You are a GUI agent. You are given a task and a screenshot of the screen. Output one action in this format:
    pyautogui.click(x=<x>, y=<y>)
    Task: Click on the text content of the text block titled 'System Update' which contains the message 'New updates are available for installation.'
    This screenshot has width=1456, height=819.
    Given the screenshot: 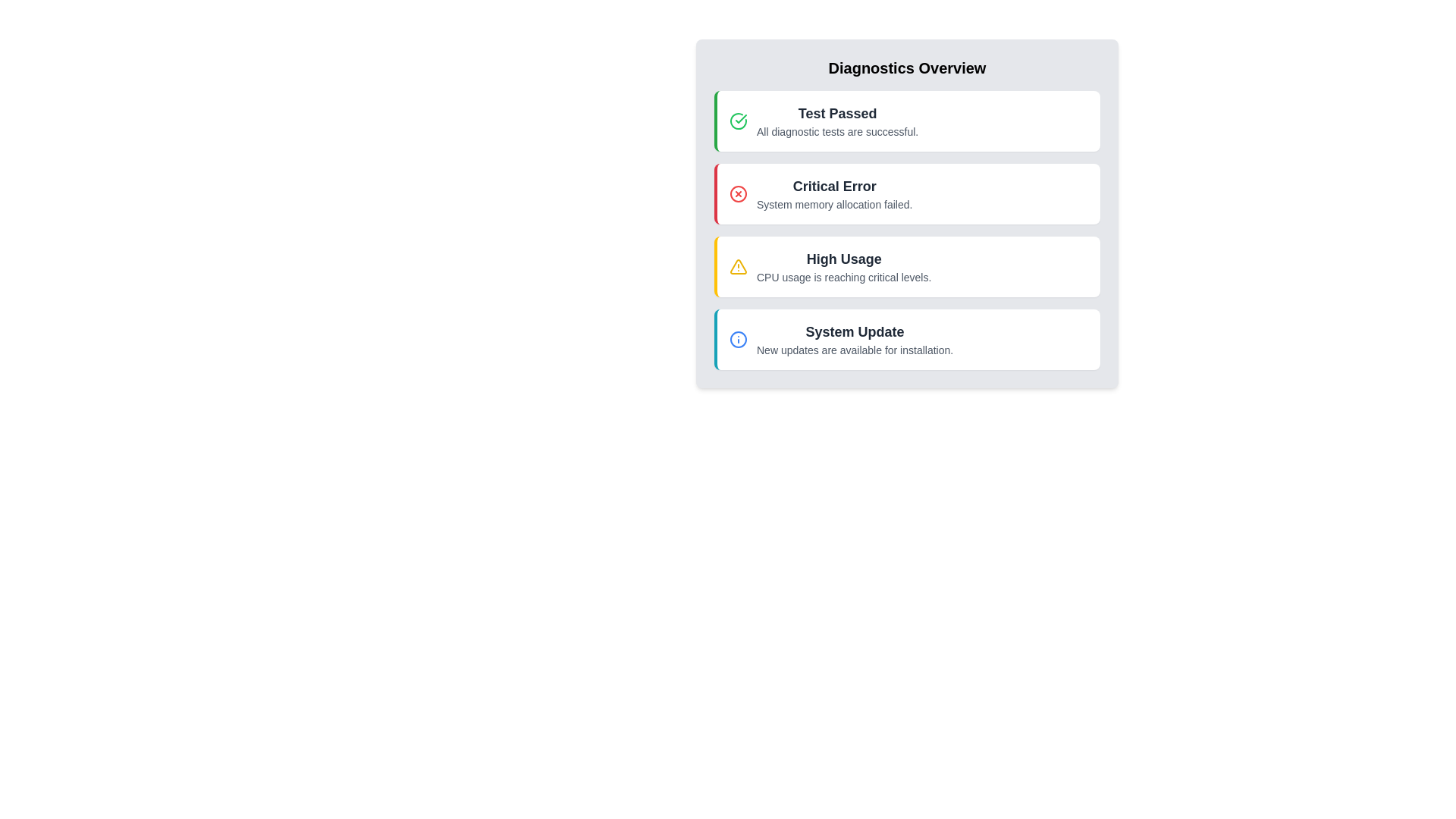 What is the action you would take?
    pyautogui.click(x=855, y=338)
    